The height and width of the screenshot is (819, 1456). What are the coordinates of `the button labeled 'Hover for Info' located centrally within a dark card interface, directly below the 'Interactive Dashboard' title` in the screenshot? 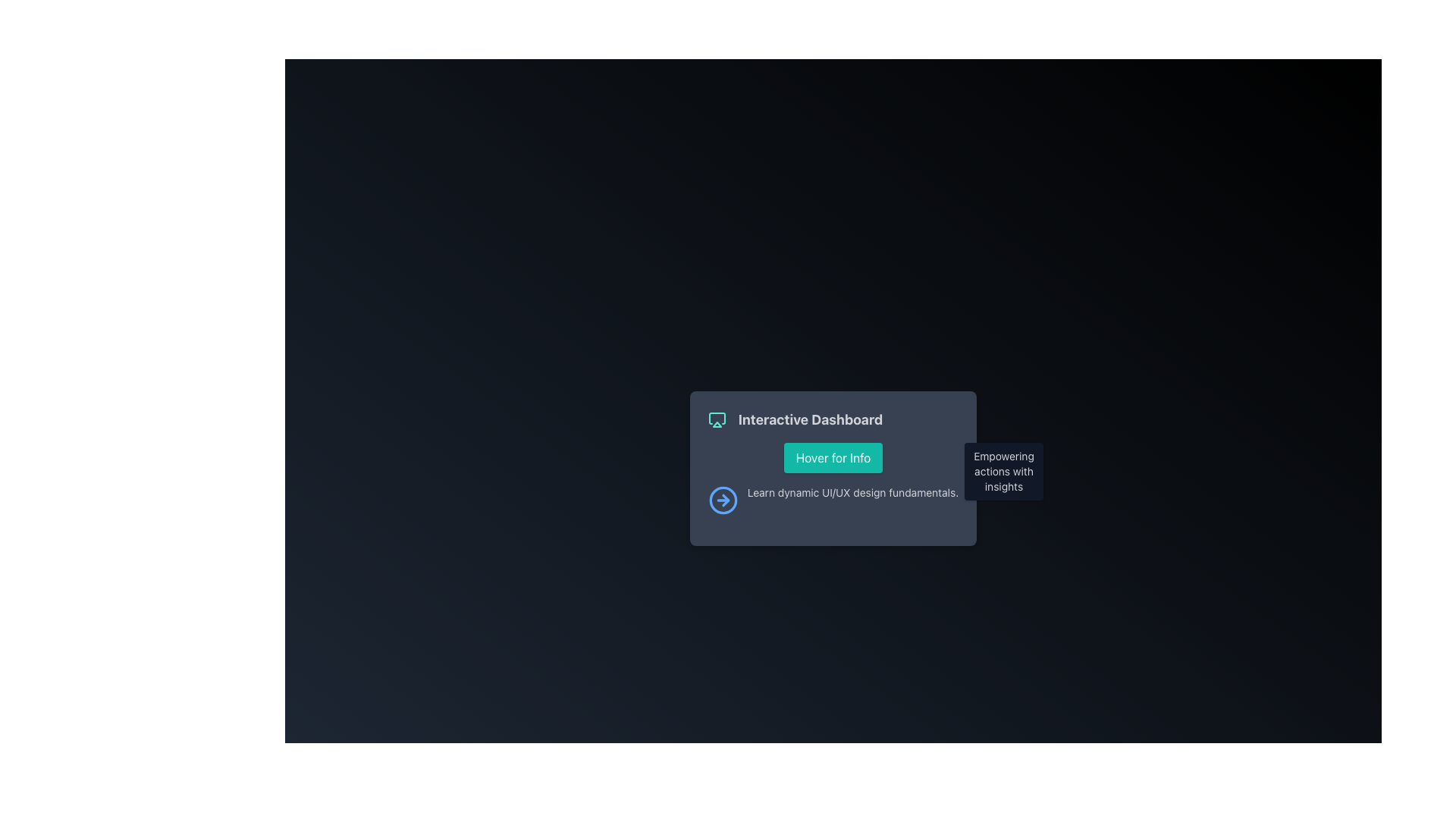 It's located at (833, 457).